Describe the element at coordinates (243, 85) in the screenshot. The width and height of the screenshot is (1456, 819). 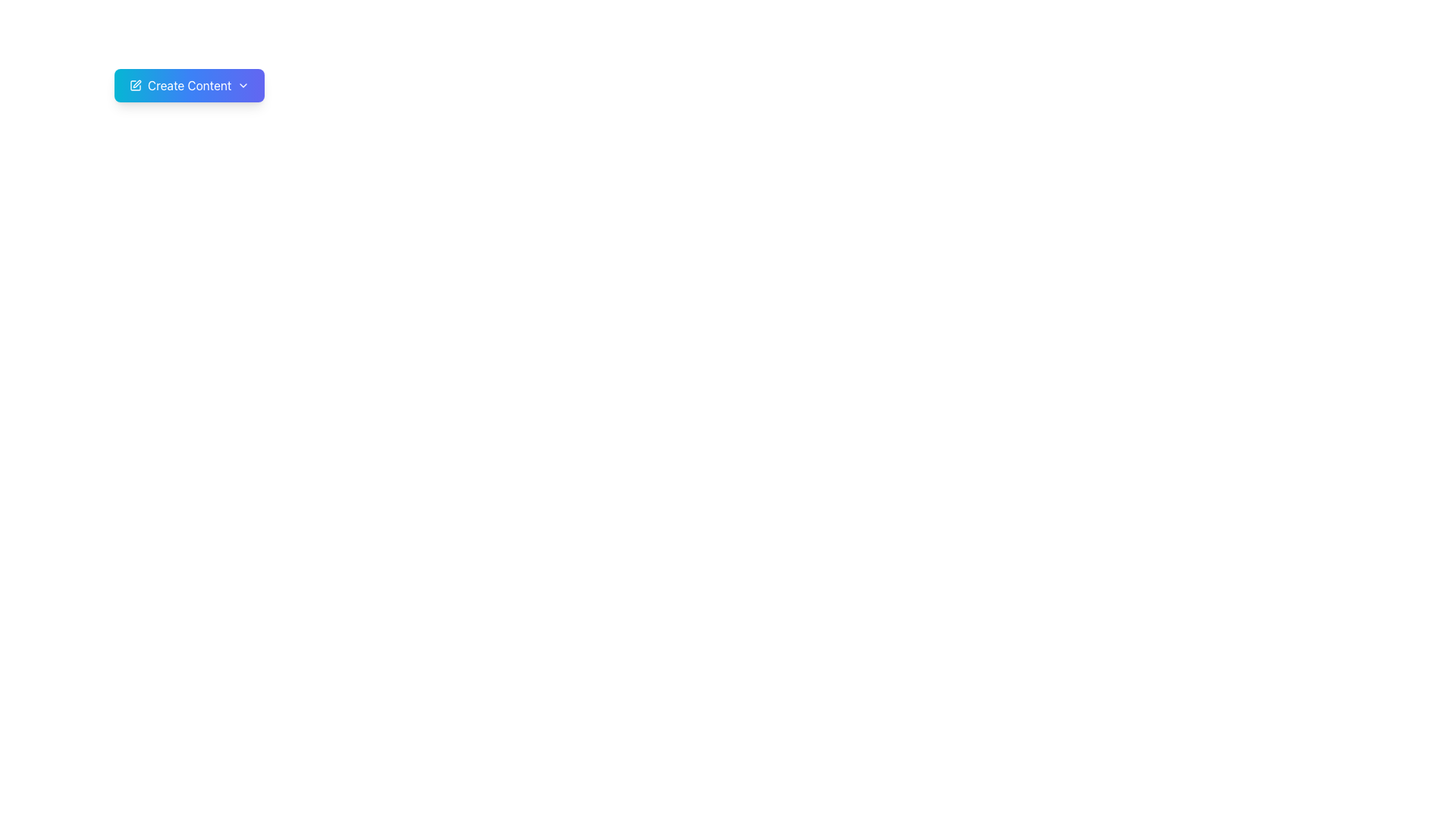
I see `the chevron icon located to the far right of the 'Create Content' button` at that location.